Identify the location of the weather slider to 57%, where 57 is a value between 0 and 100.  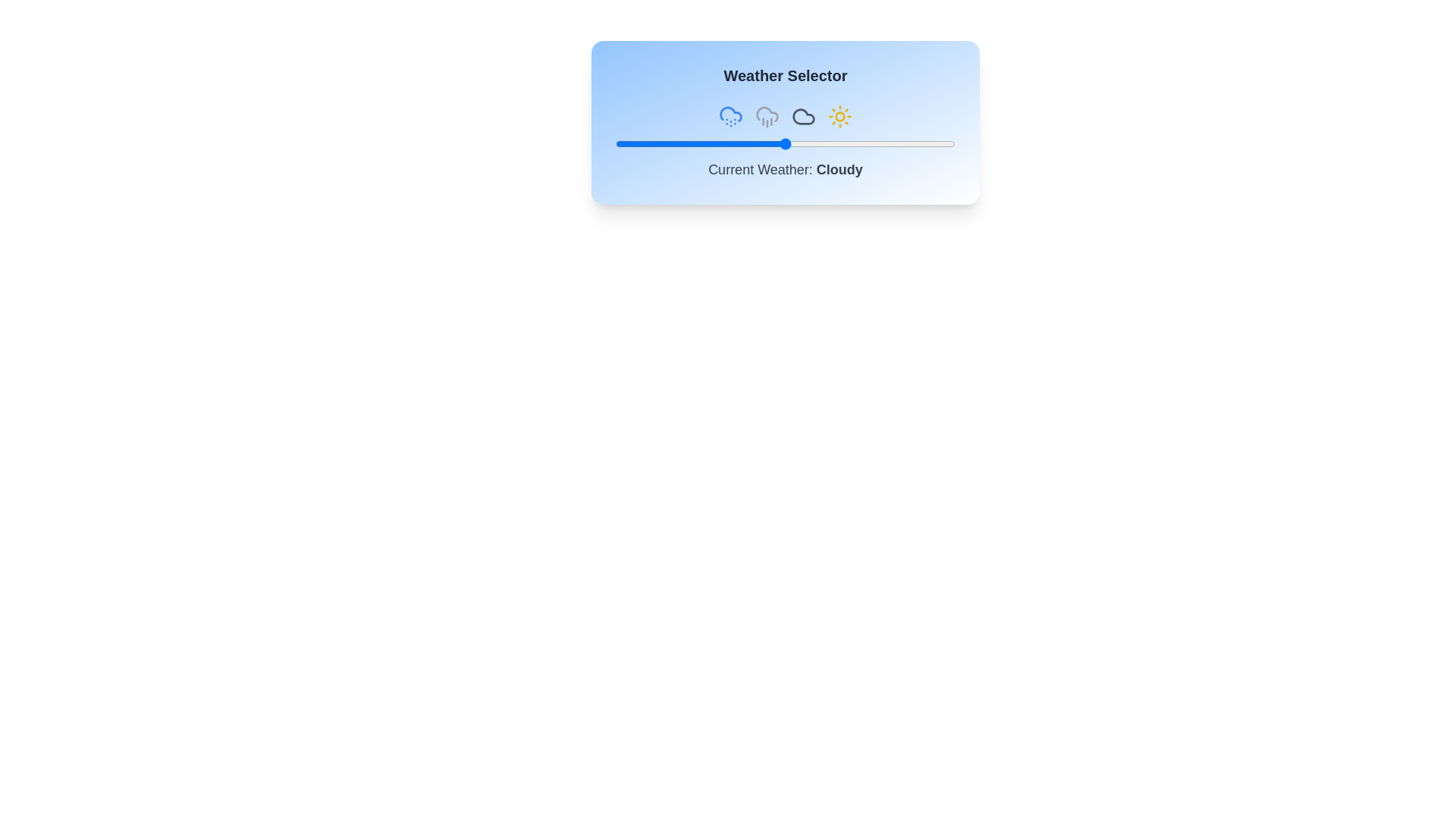
(808, 143).